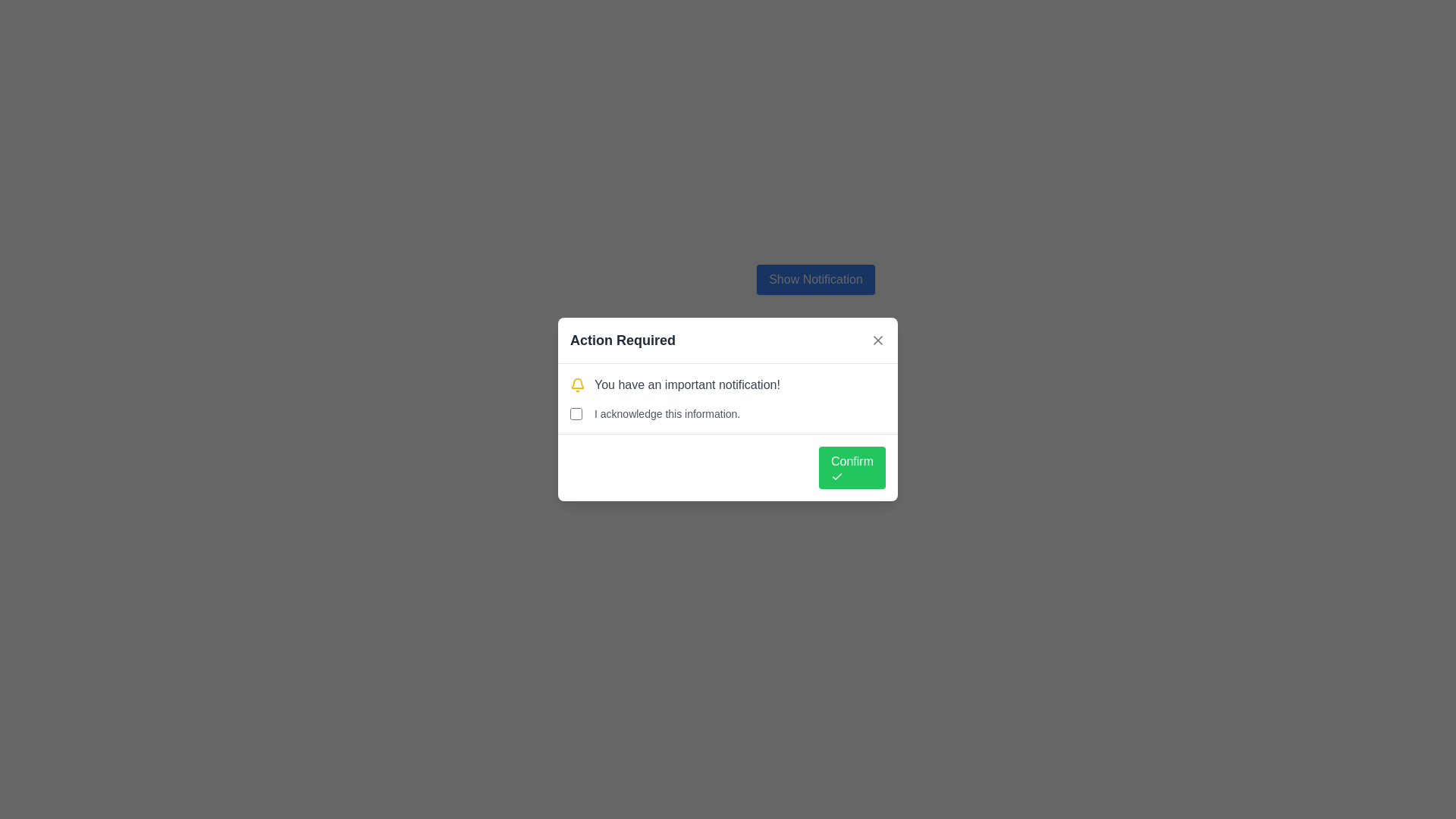 This screenshot has height=819, width=1456. I want to click on the notification trigger button located at the top center of the dialog box interface to interact with its hover effects, so click(814, 280).